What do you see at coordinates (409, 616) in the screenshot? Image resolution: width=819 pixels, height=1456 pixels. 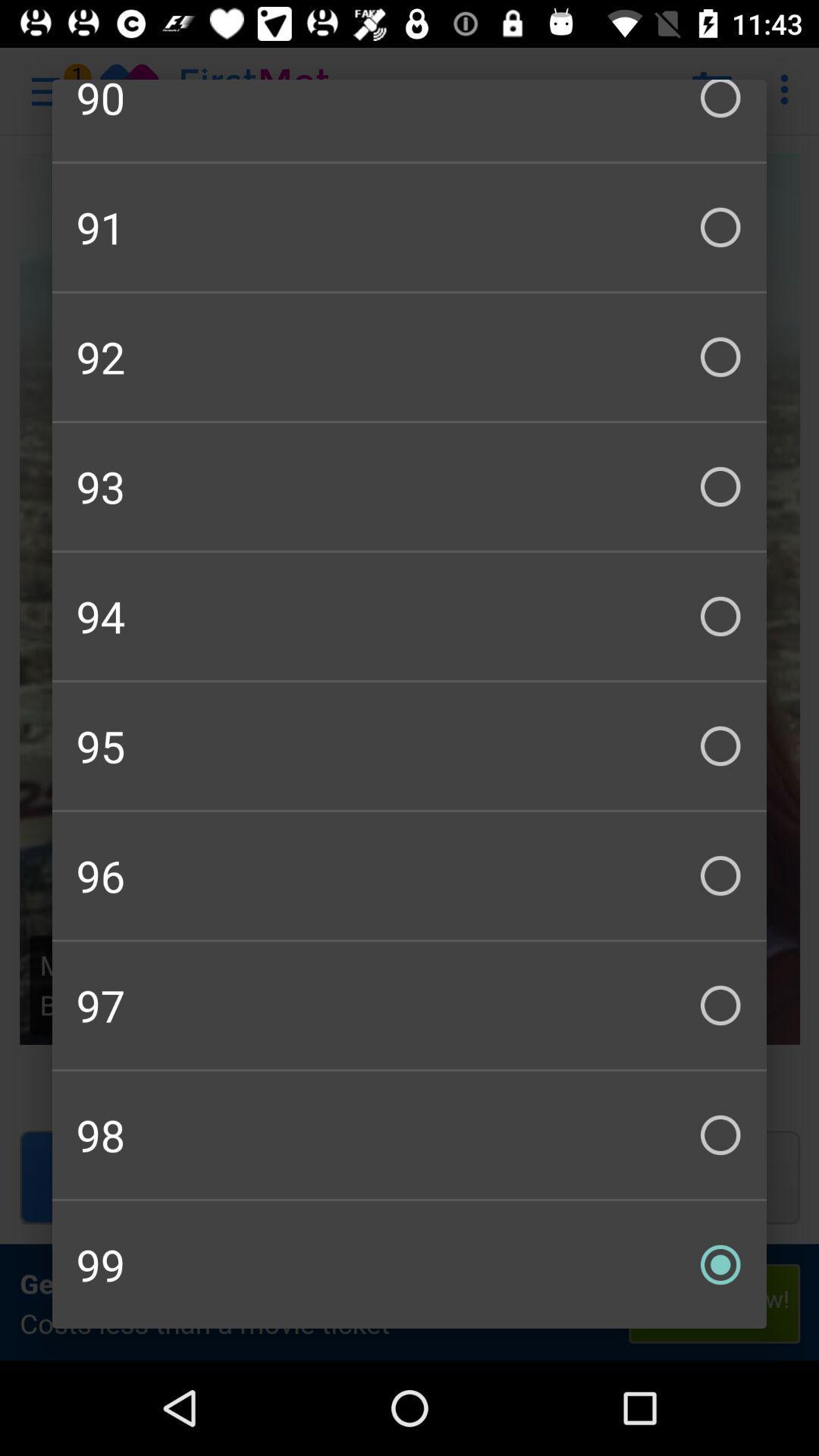 I see `item below 93 item` at bounding box center [409, 616].